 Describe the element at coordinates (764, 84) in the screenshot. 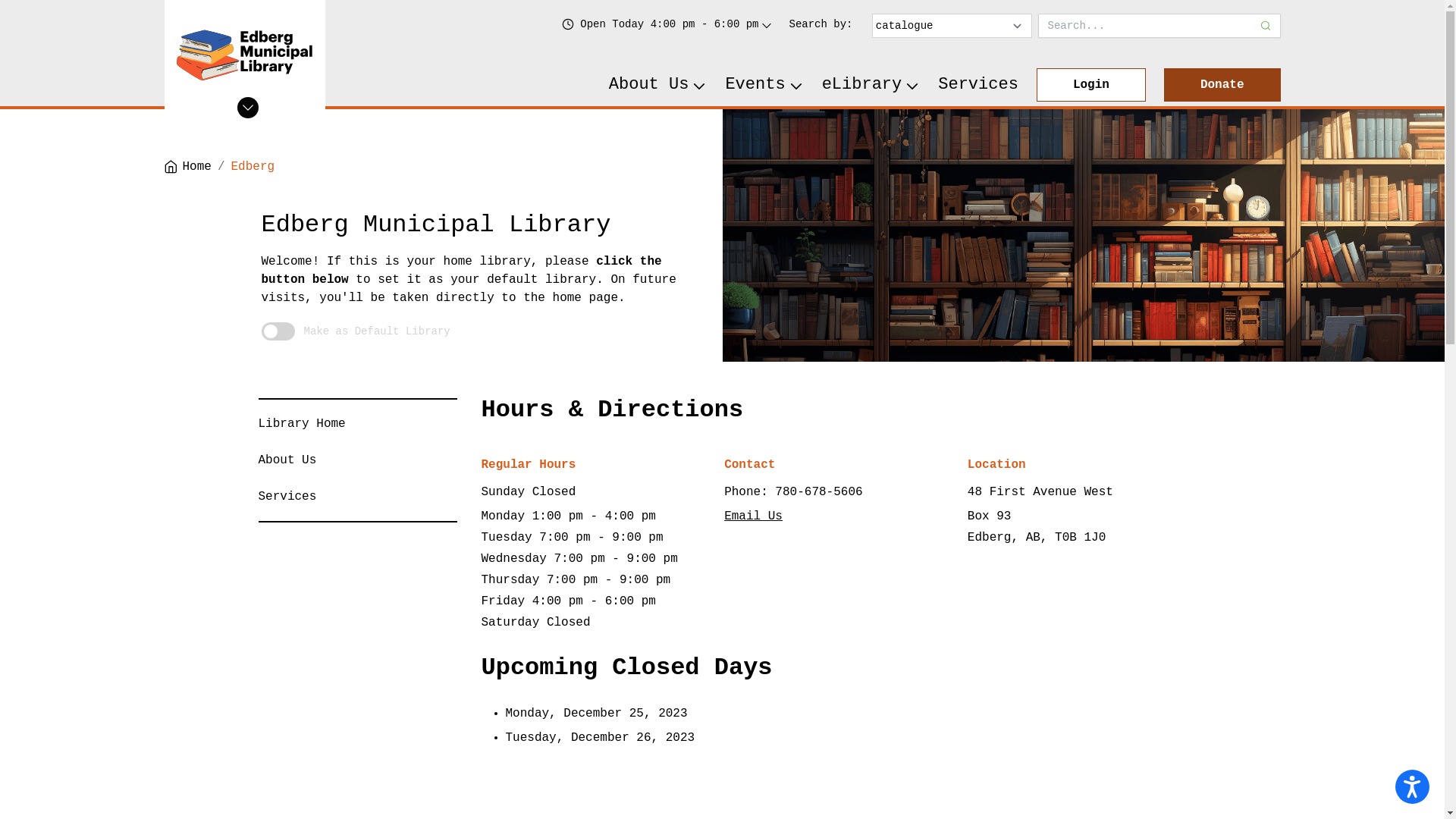

I see `'Events'` at that location.